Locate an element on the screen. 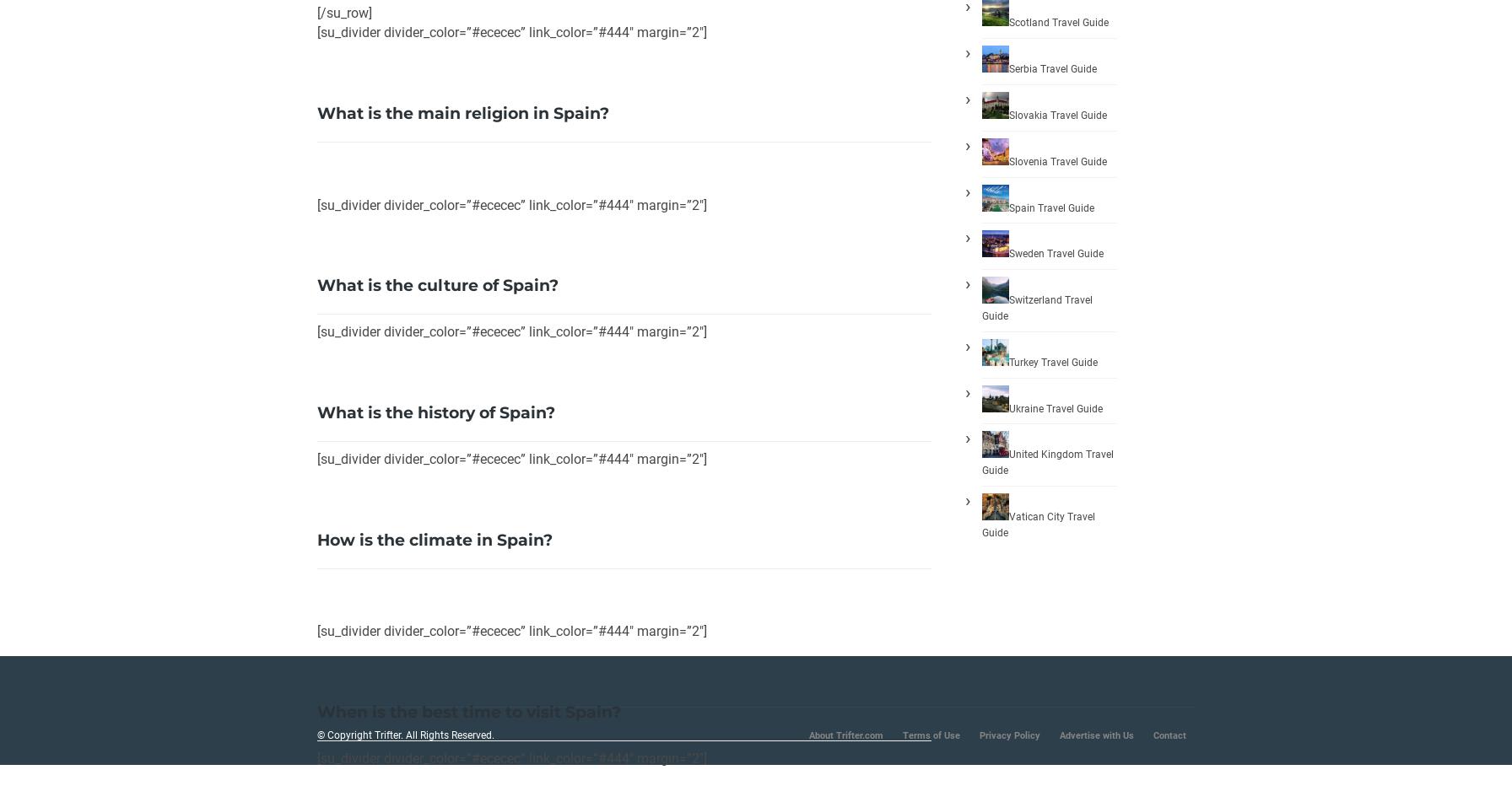 Image resolution: width=1512 pixels, height=802 pixels. 'Terms of Use' is located at coordinates (931, 734).